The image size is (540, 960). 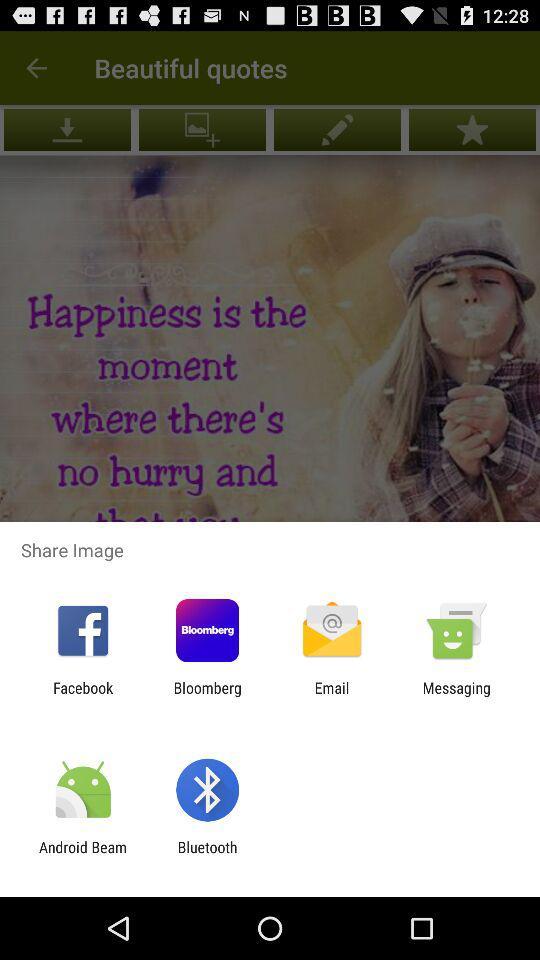 What do you see at coordinates (82, 696) in the screenshot?
I see `app next to bloomberg item` at bounding box center [82, 696].